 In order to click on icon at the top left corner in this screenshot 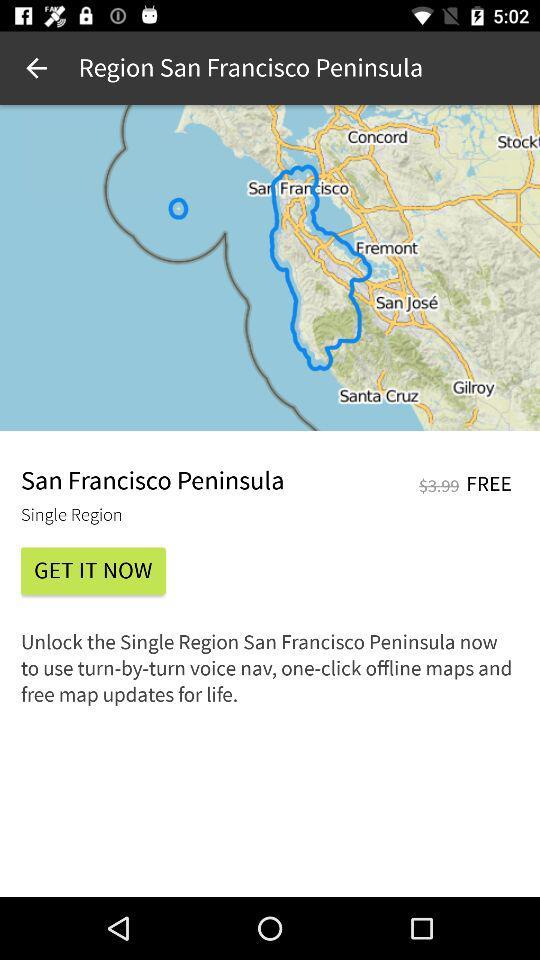, I will do `click(36, 68)`.